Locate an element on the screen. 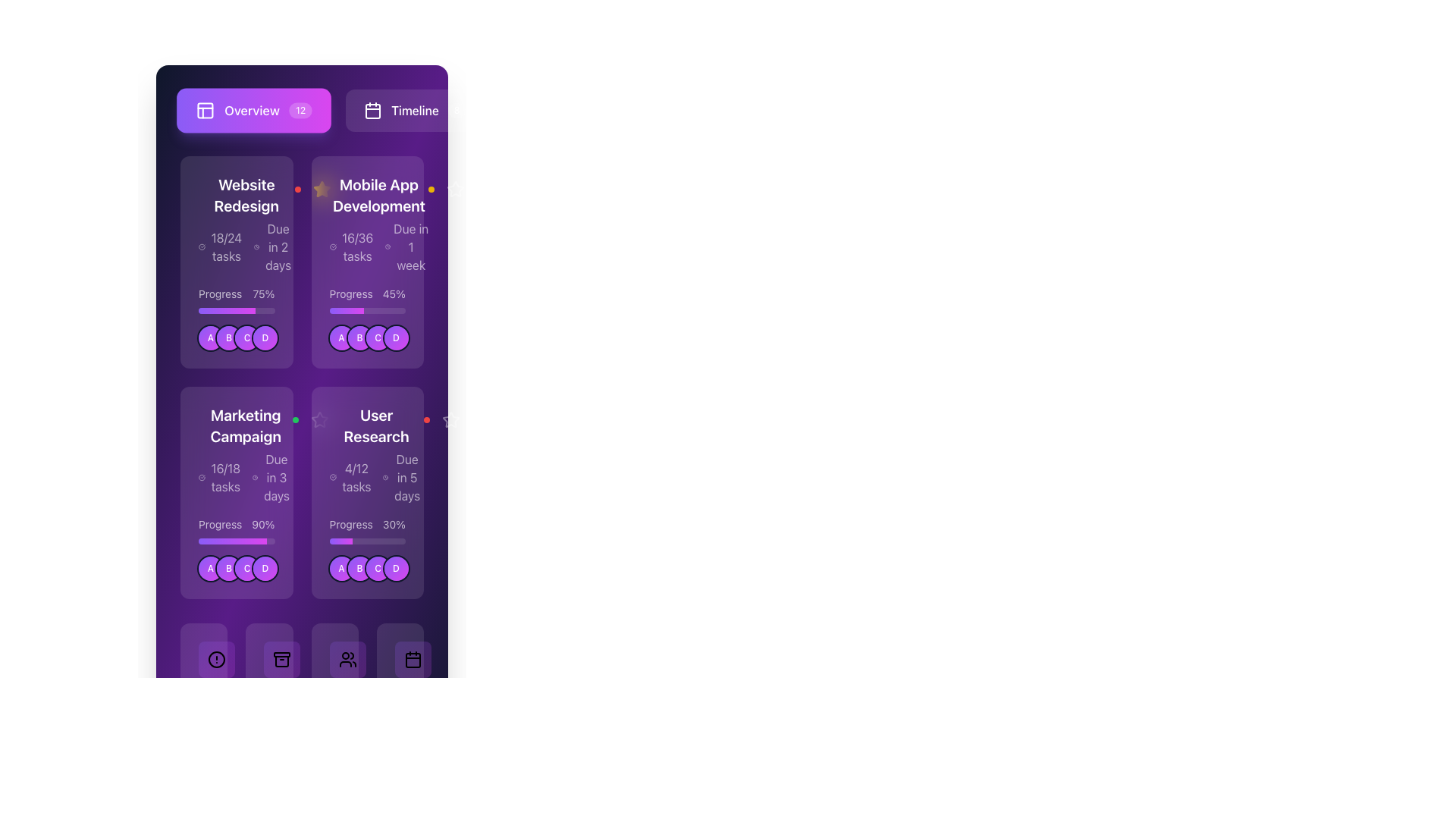 The height and width of the screenshot is (819, 1456). text label that serves as the title or header for the card, located at the top-left area of the card in the grid layout is located at coordinates (246, 195).